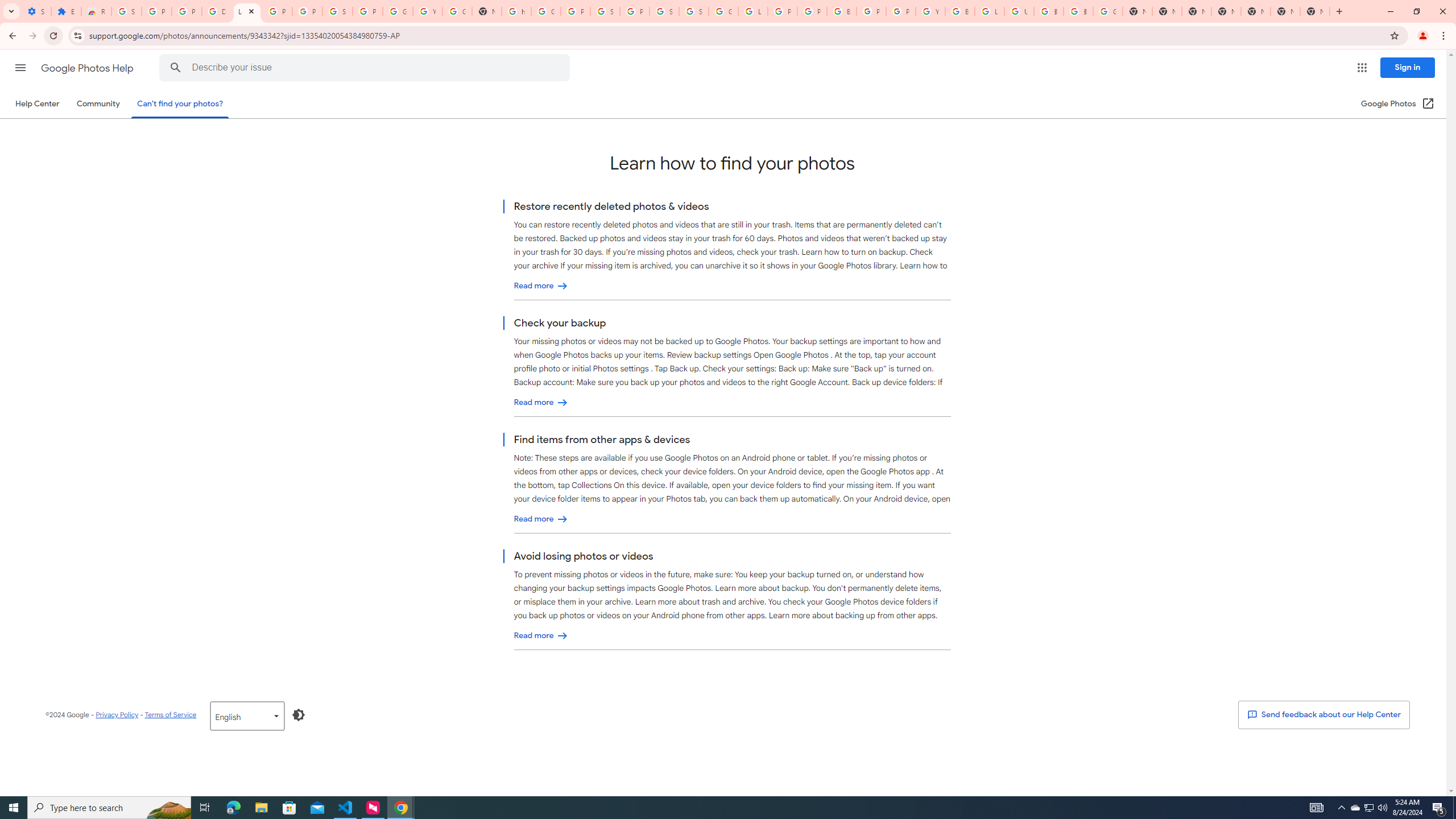 Image resolution: width=1456 pixels, height=819 pixels. I want to click on 'Privacy Help Center - Policies Help', so click(811, 11).